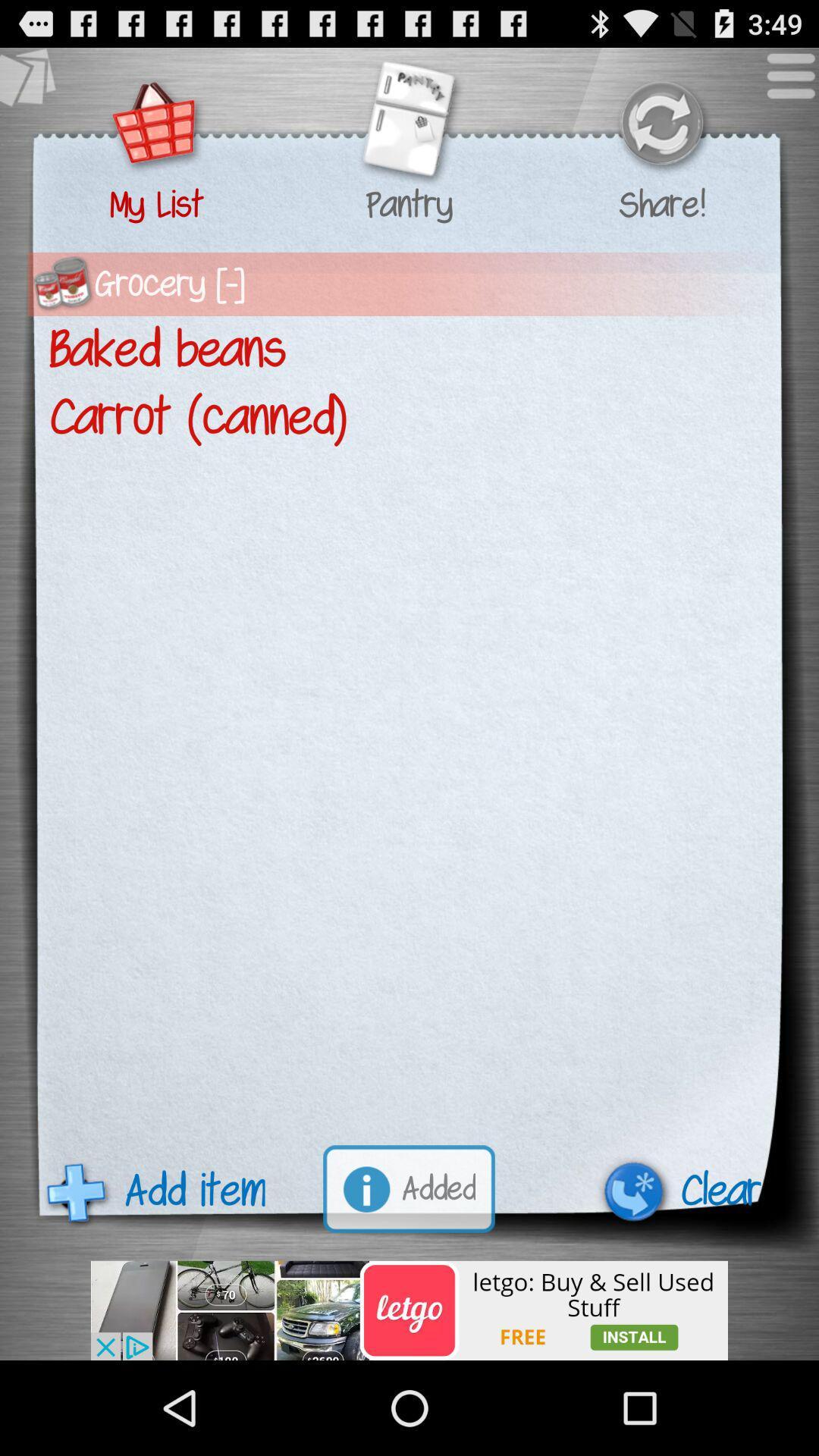  I want to click on visit advertised website, so click(409, 1310).